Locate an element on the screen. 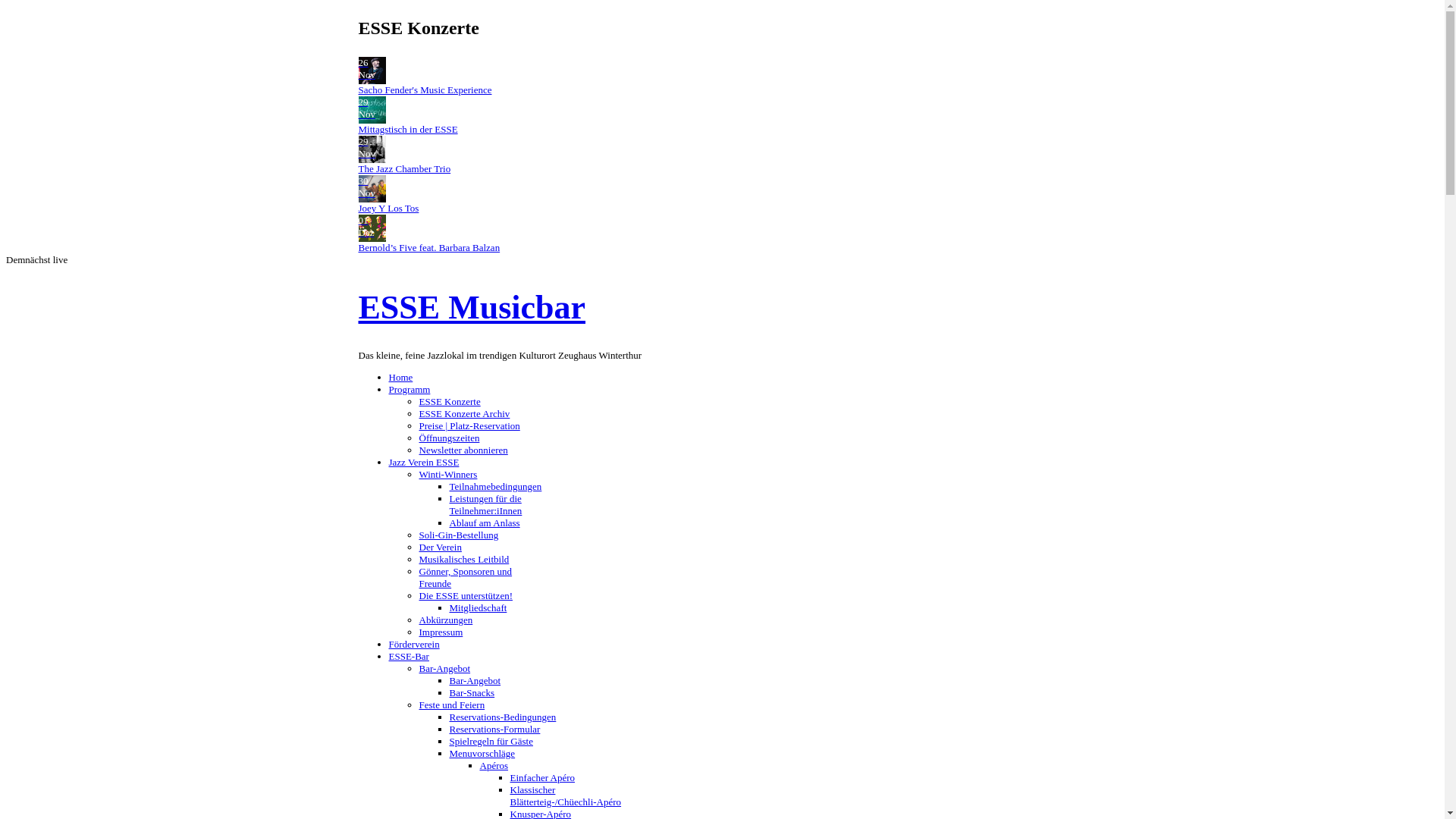  'Musikalisches Leitbild' is located at coordinates (463, 559).